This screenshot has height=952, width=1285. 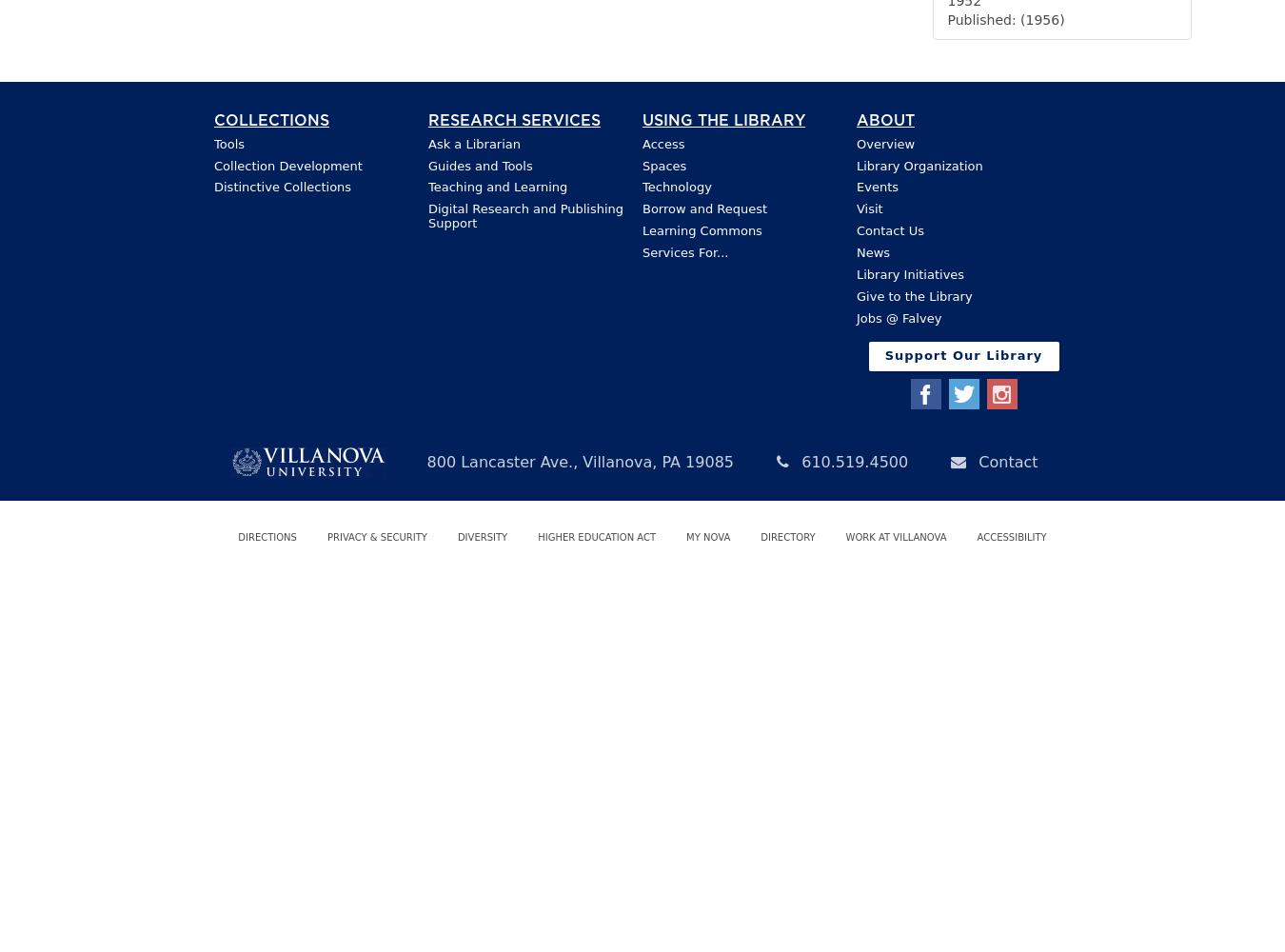 I want to click on 'Digital Research and Publishing Support', so click(x=524, y=215).